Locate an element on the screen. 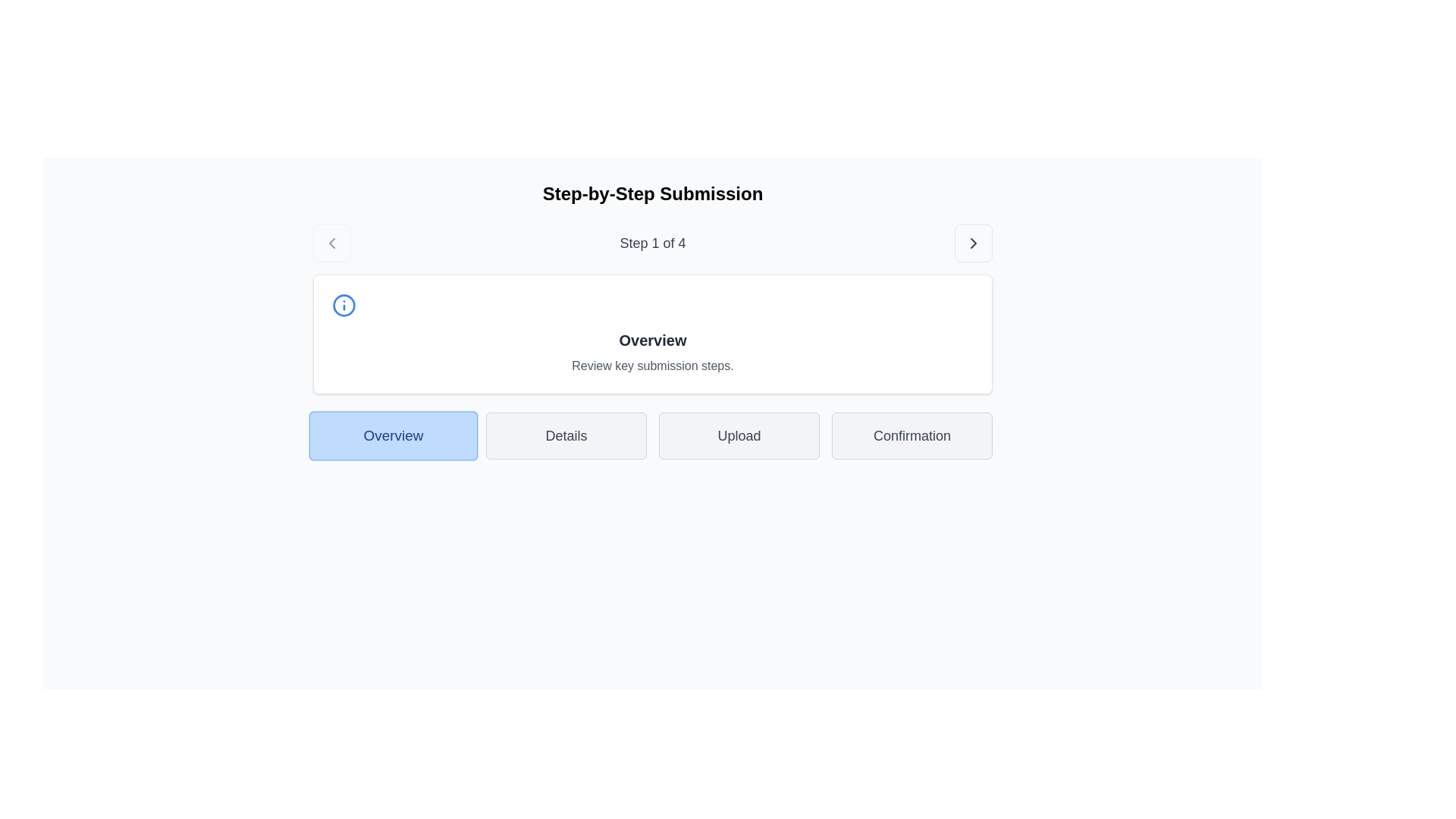 The width and height of the screenshot is (1456, 819). the chevron icon located in a button-like area near the top-right corner of the layout is located at coordinates (973, 242).